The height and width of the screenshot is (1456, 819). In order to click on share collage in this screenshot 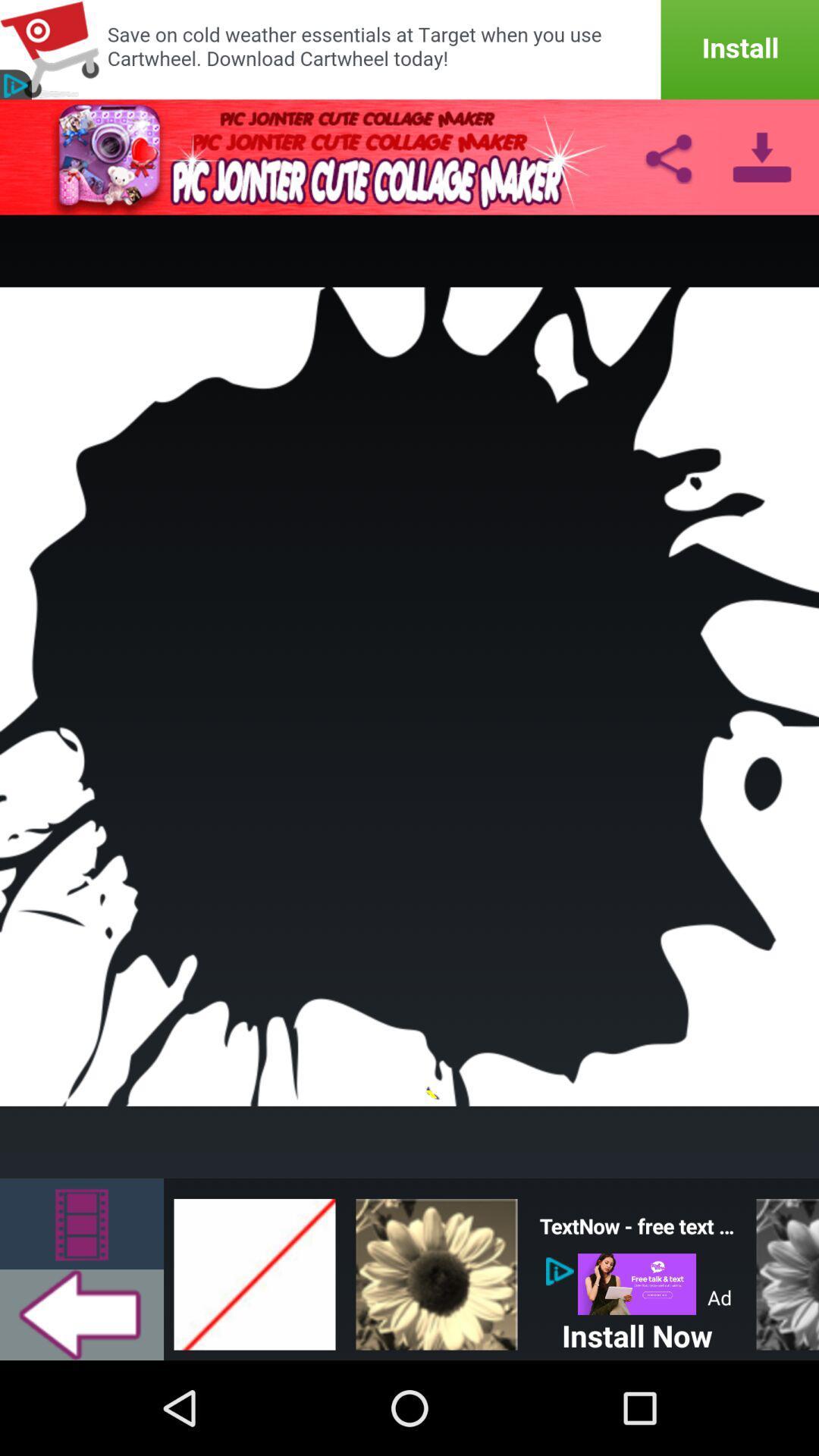, I will do `click(667, 156)`.